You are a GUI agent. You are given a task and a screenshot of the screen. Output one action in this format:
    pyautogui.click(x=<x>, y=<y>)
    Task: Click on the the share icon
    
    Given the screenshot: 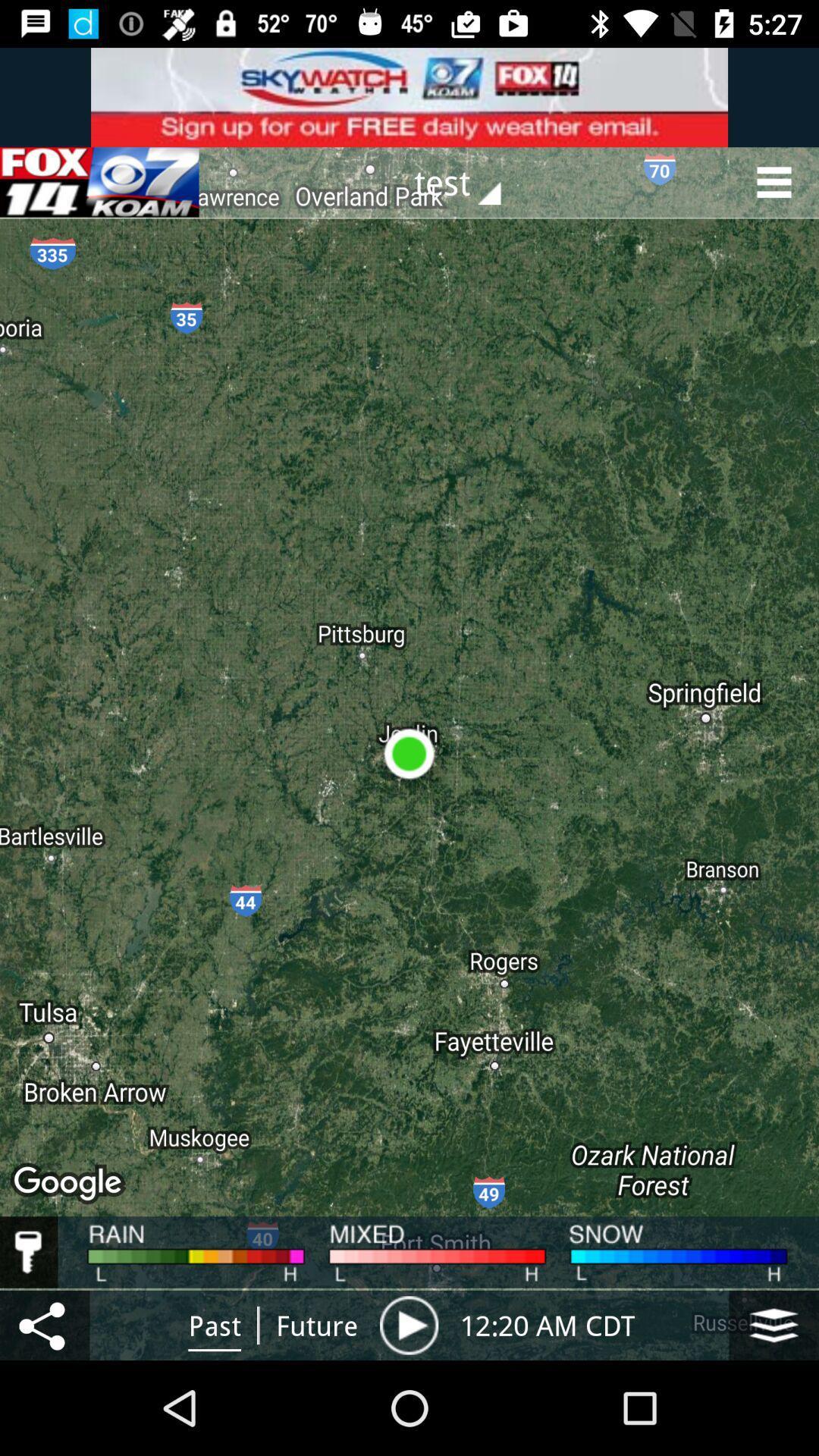 What is the action you would take?
    pyautogui.click(x=44, y=1324)
    